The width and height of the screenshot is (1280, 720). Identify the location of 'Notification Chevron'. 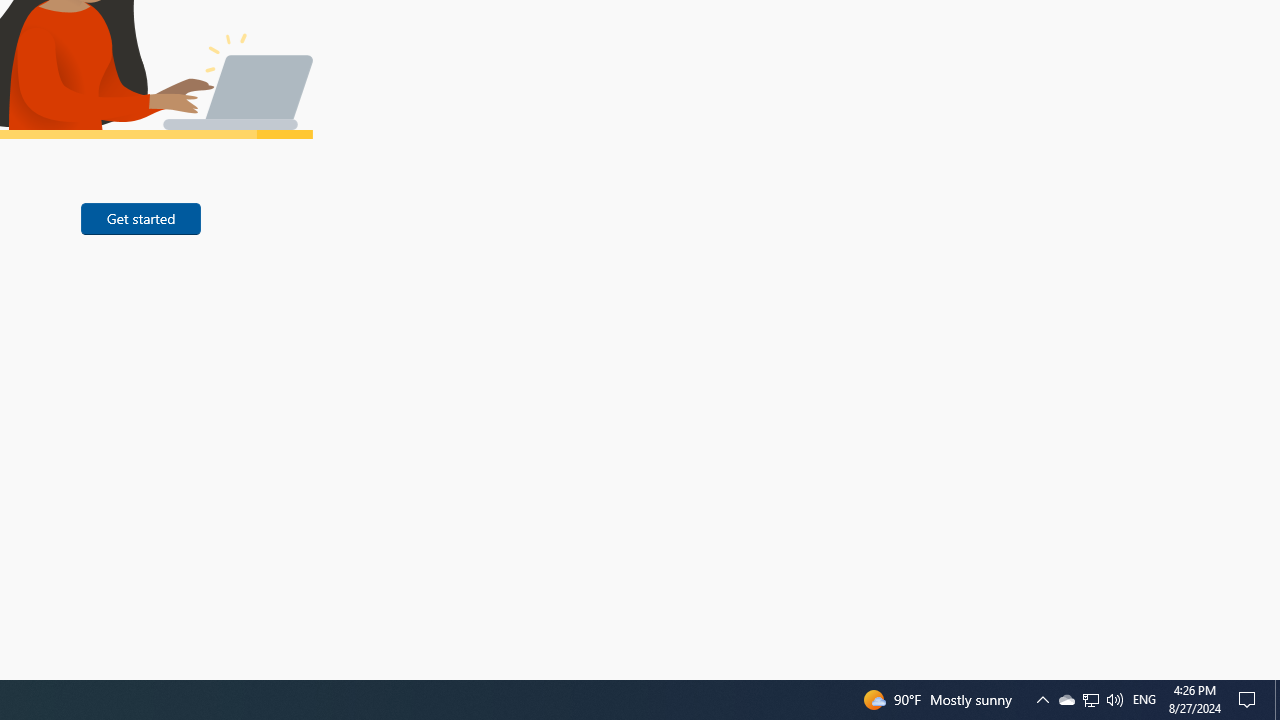
(1089, 698).